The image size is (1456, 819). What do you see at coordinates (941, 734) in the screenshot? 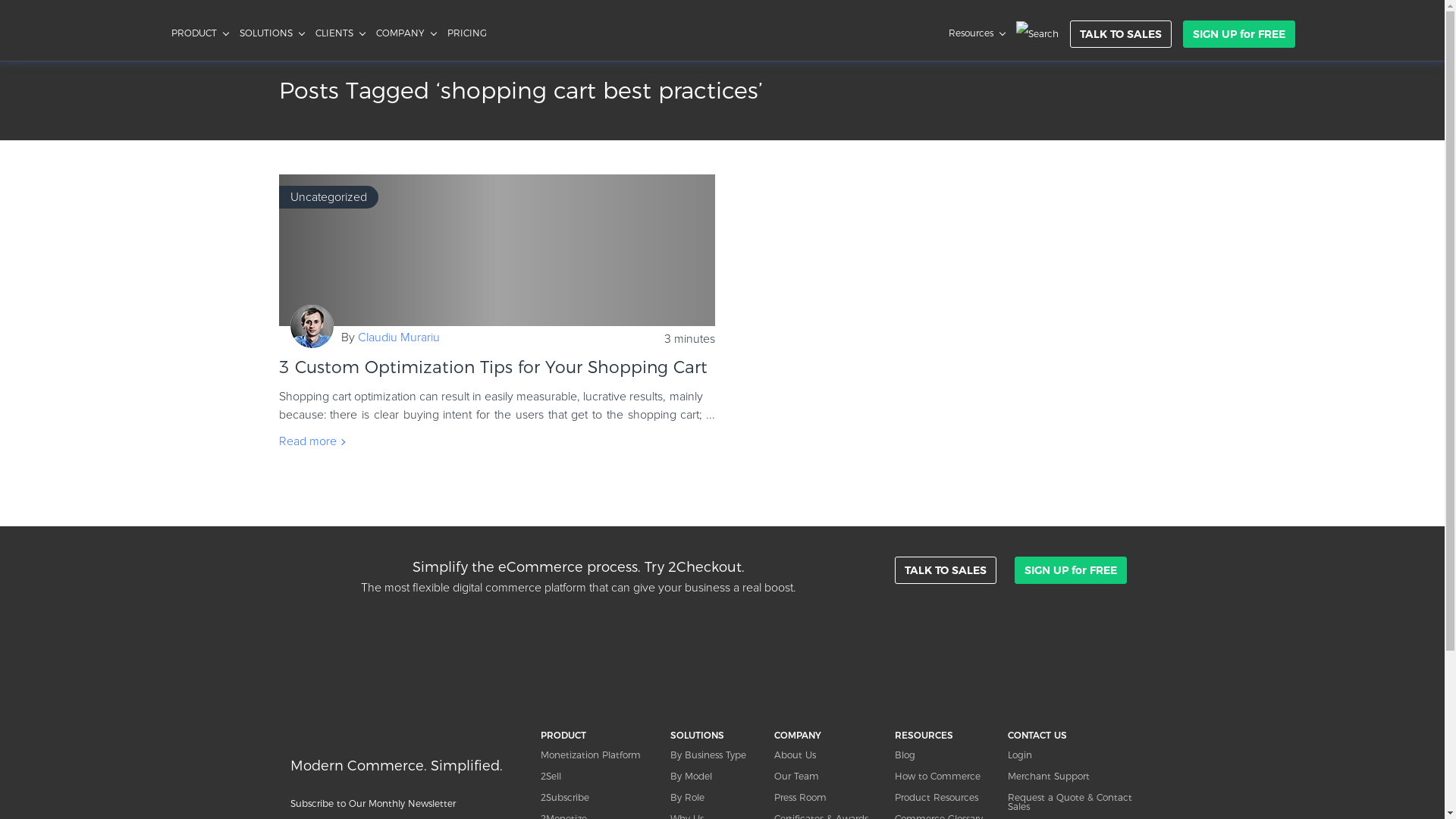
I see `'RESOURCES'` at bounding box center [941, 734].